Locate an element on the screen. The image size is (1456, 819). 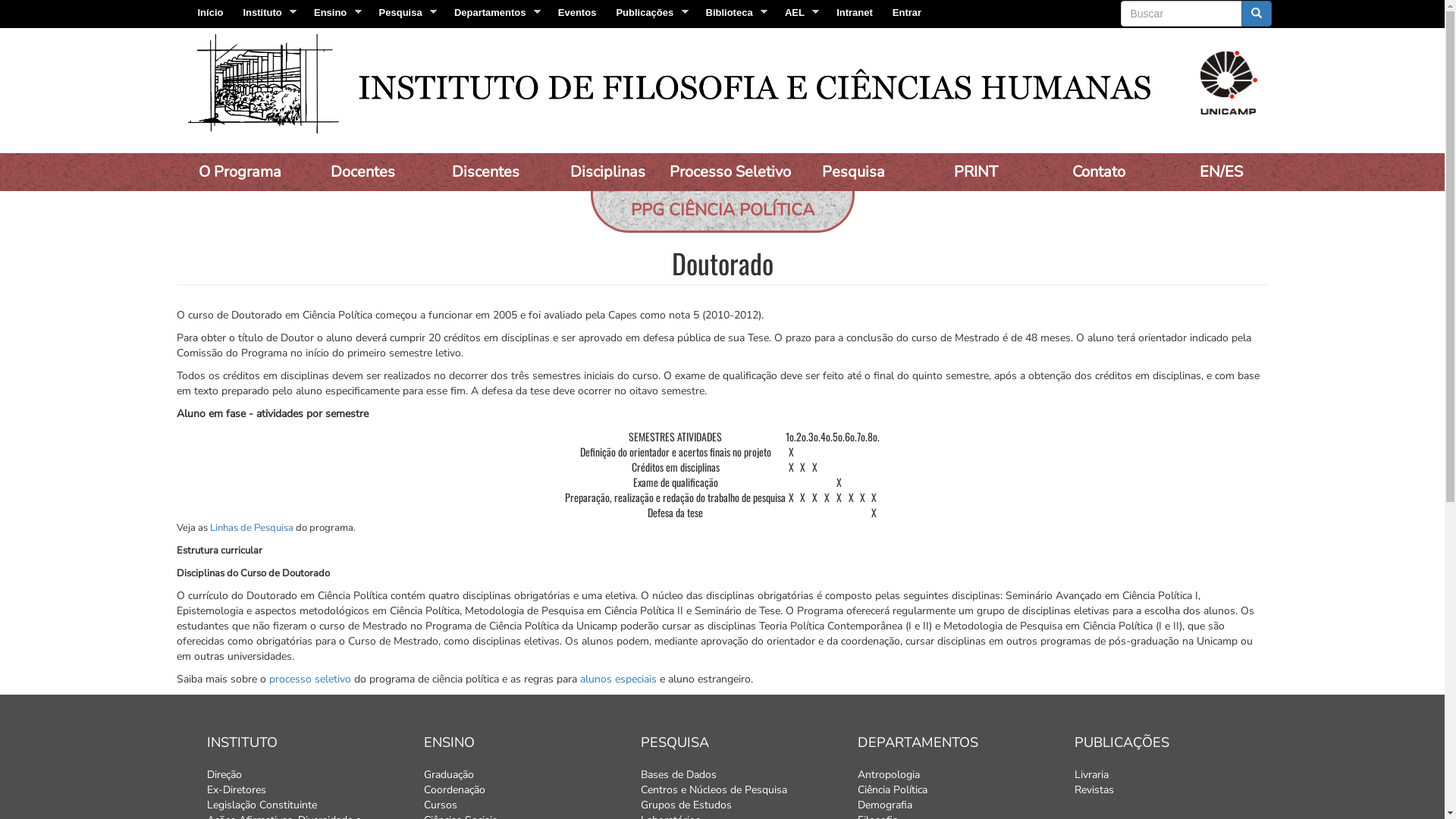
'Bases de Dados' is located at coordinates (640, 775).